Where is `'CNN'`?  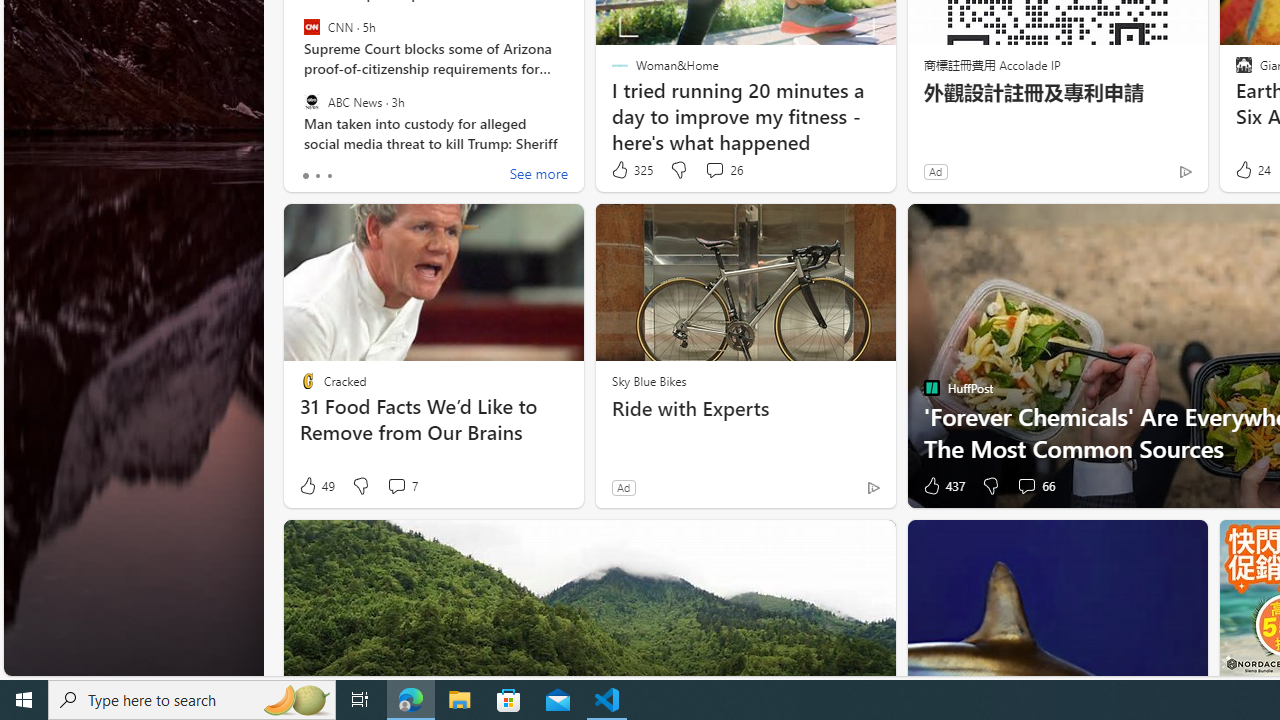
'CNN' is located at coordinates (310, 27).